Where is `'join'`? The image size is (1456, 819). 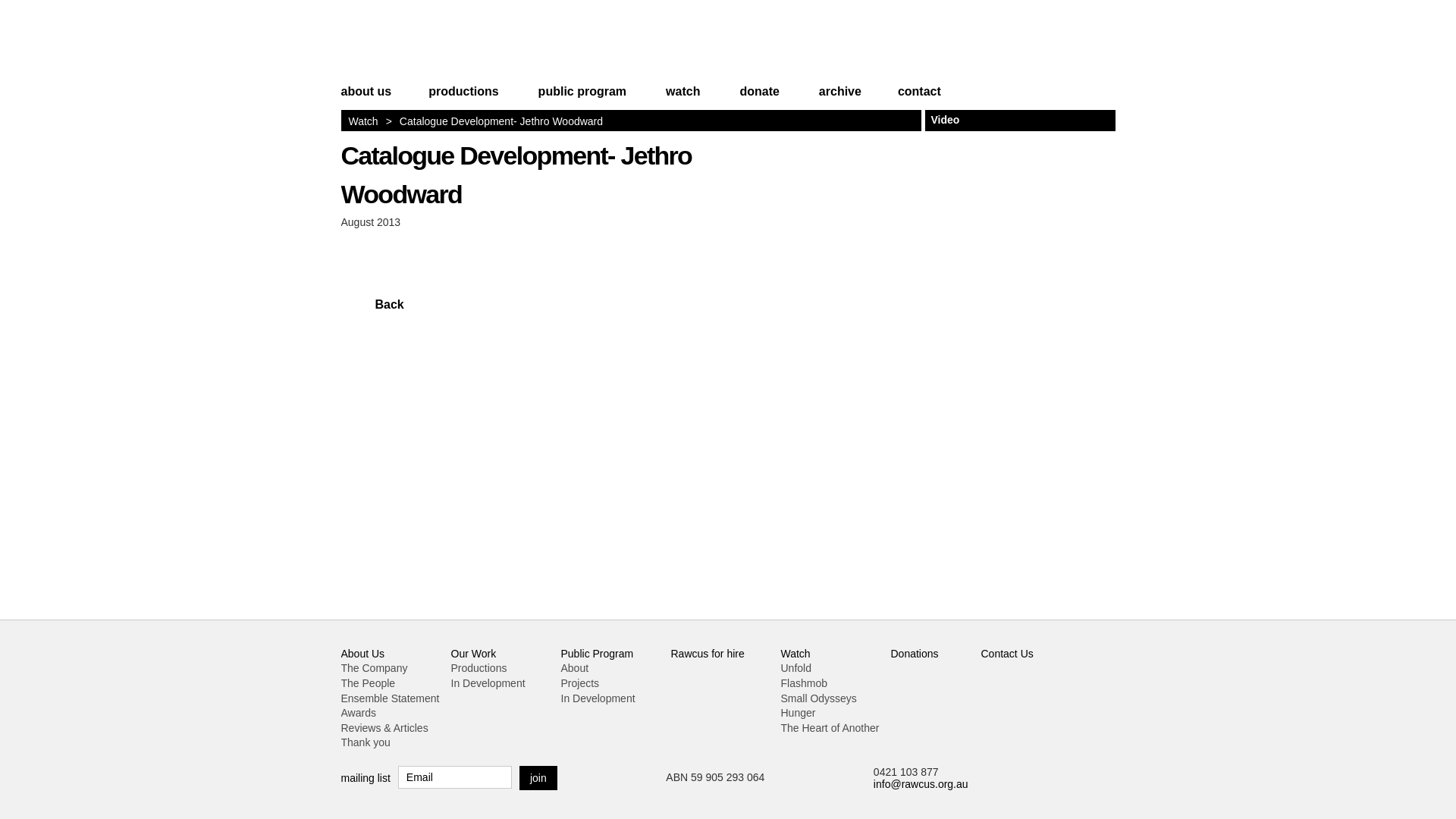 'join' is located at coordinates (538, 778).